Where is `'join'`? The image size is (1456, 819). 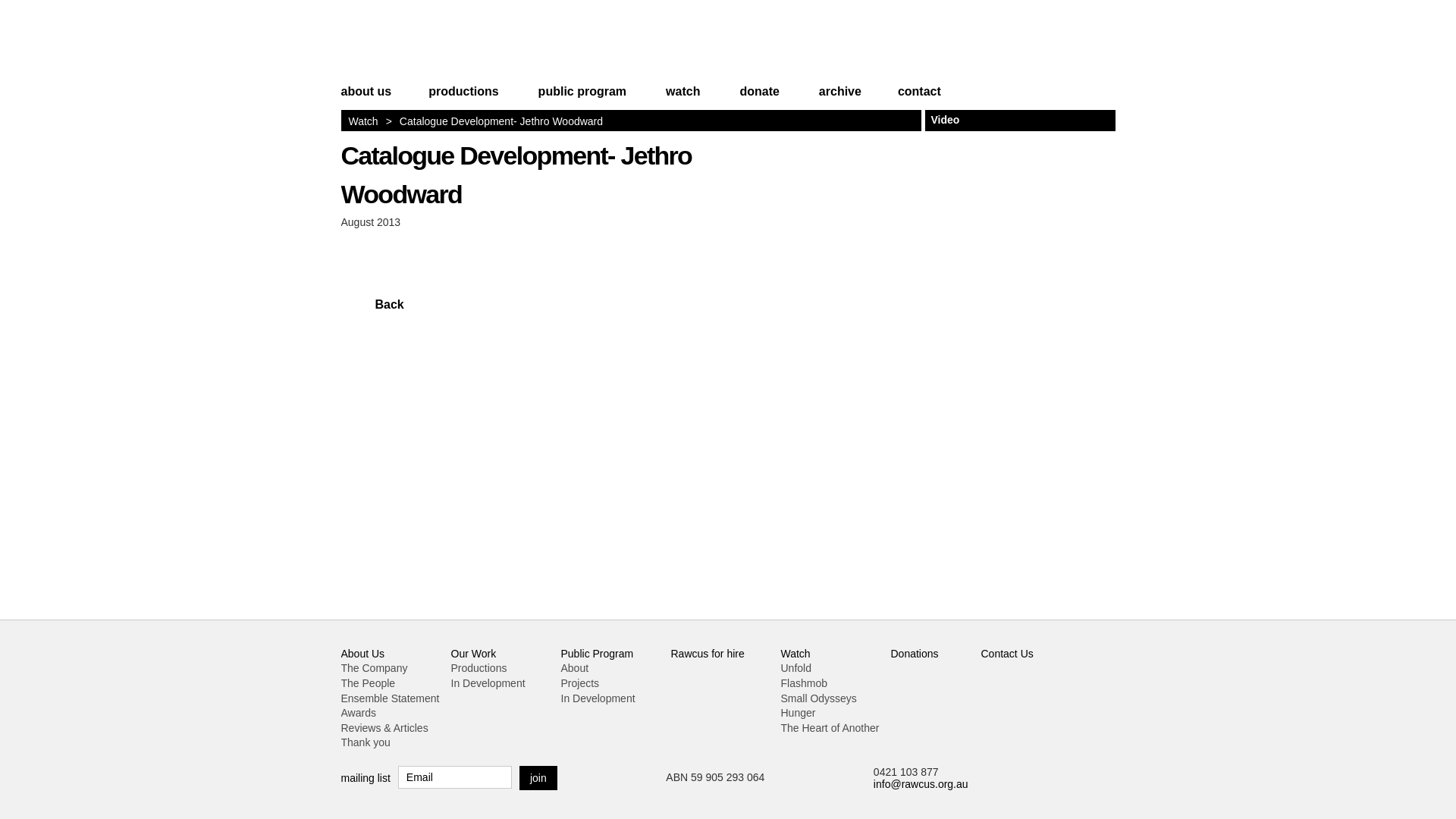 'join' is located at coordinates (538, 778).